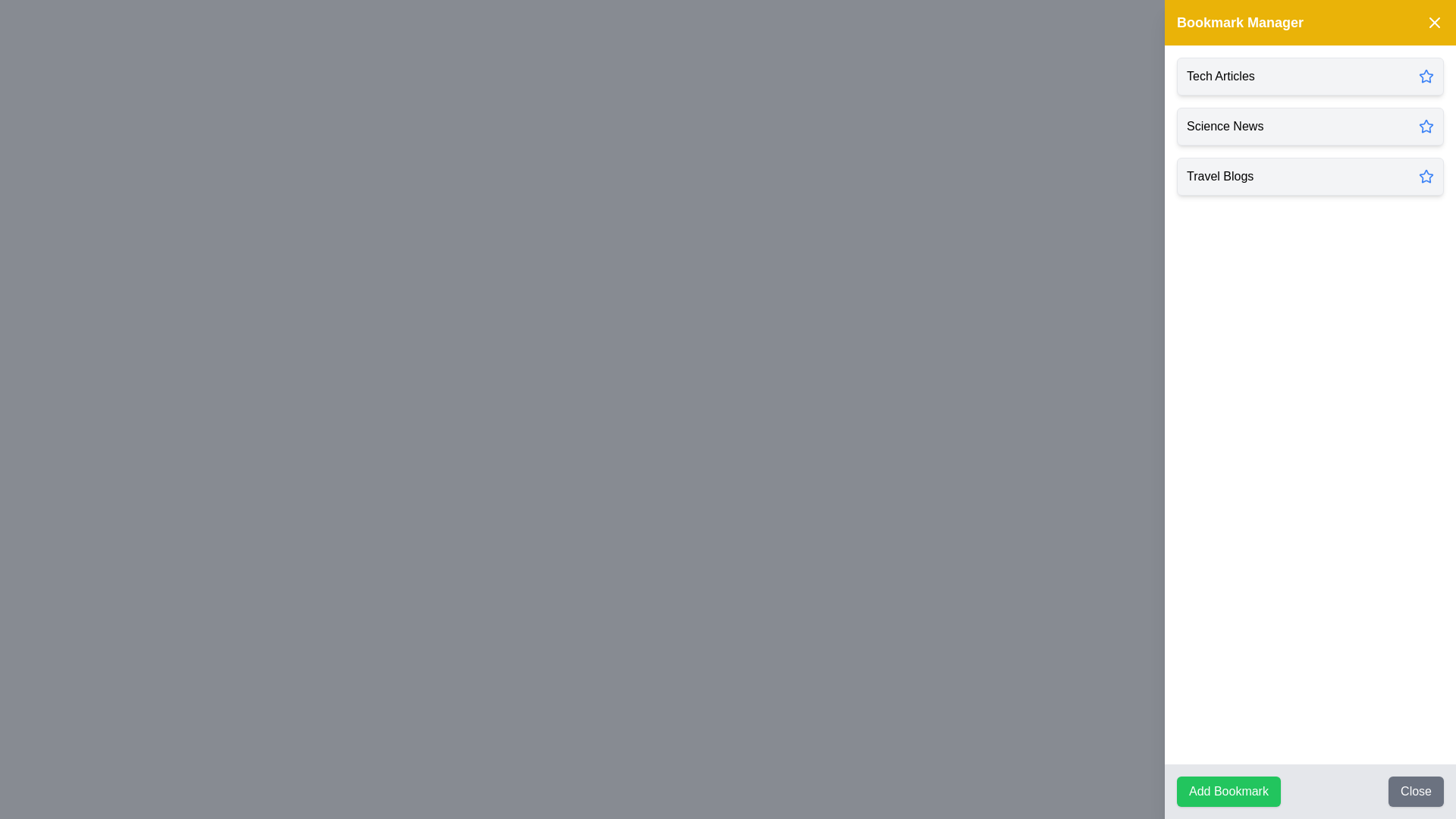 The image size is (1456, 819). I want to click on the interactive icon located at the top-right corner of the 'Travel Blogs' card, so click(1426, 175).